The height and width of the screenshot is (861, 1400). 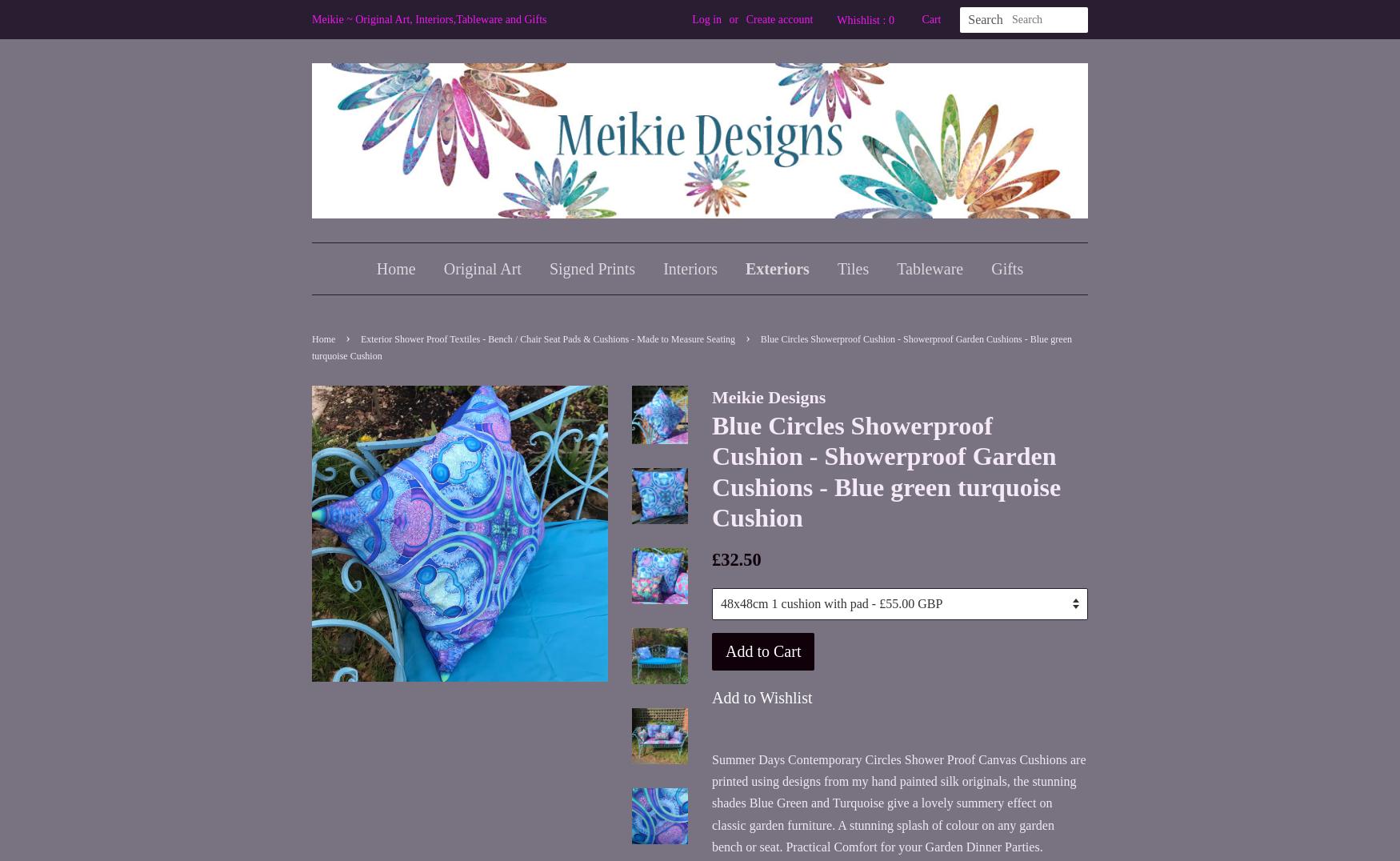 What do you see at coordinates (482, 269) in the screenshot?
I see `'Original Art'` at bounding box center [482, 269].